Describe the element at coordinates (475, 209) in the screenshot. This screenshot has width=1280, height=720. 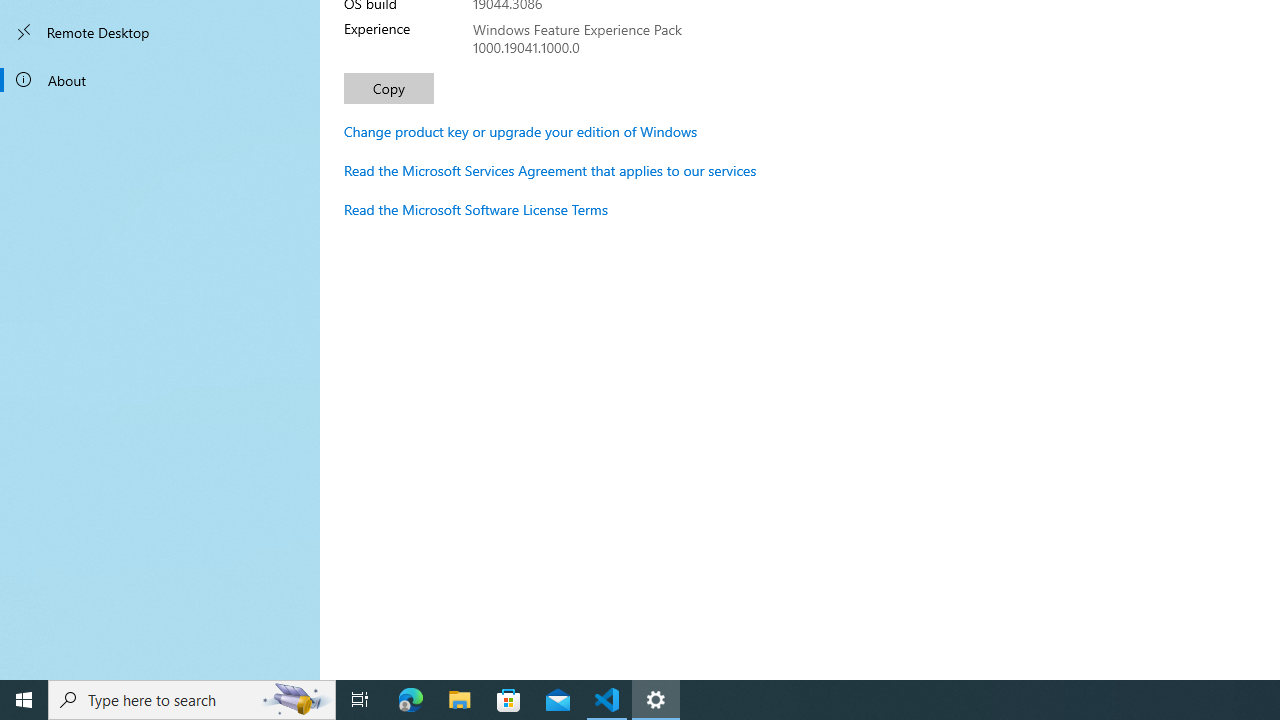
I see `'Read the Microsoft Software License Terms'` at that location.